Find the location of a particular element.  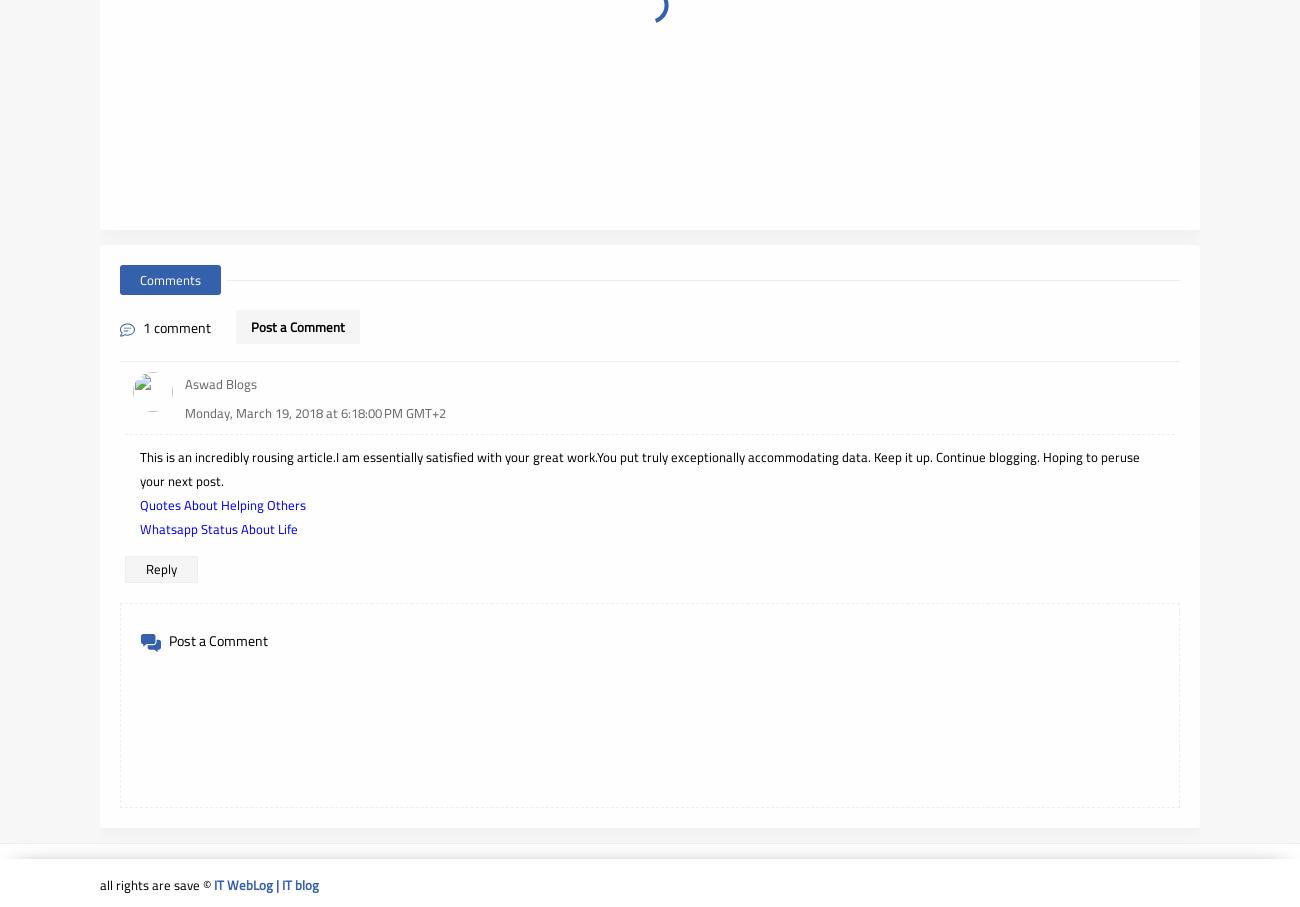

'This is an incredibly rousing article.I am essentially satisfied with your great work.You put truly exceptionally accommodating data. Keep it up. Continue blogging. Hoping to peruse your next post.' is located at coordinates (139, 469).